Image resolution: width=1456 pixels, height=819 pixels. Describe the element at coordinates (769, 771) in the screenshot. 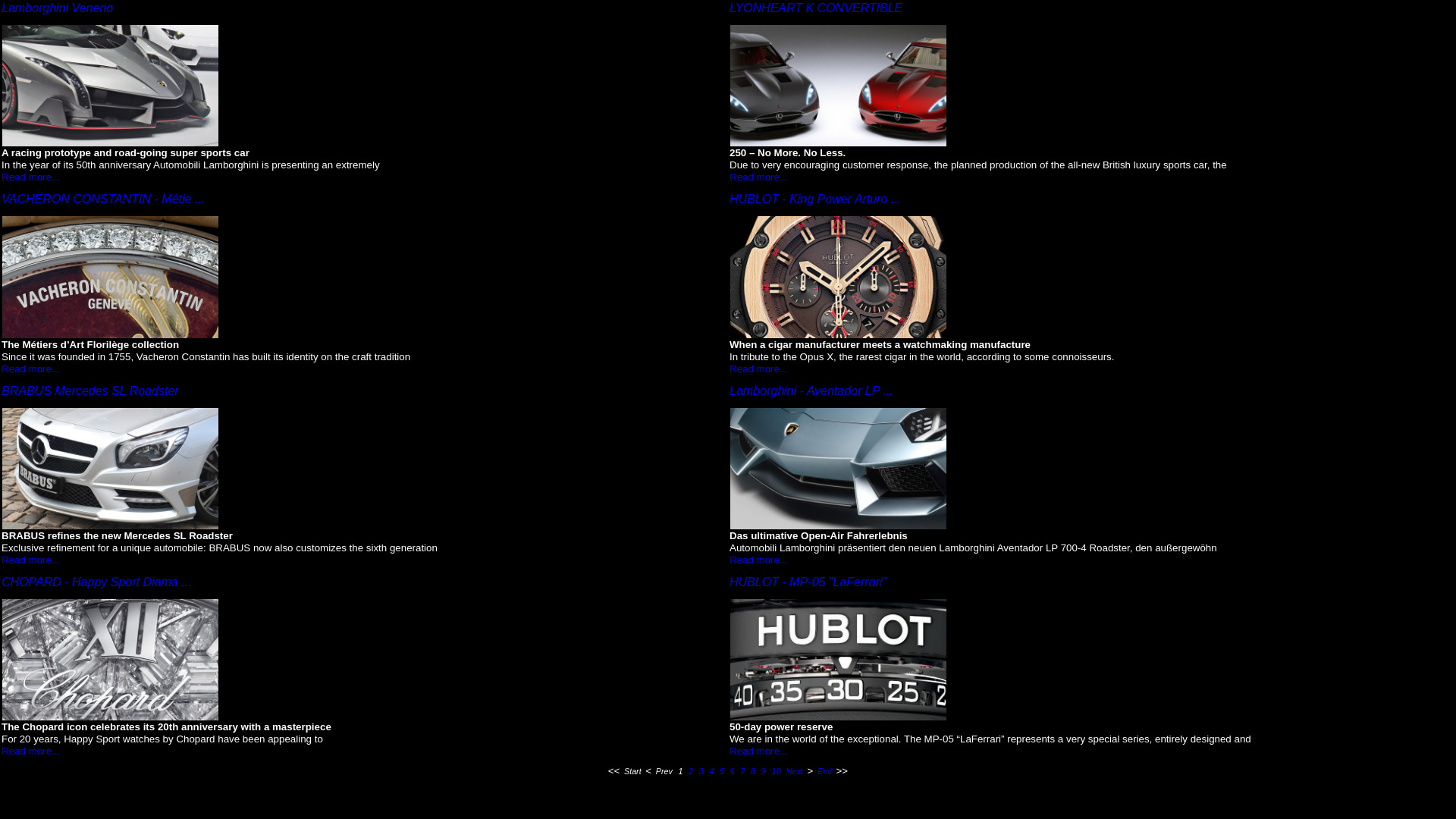

I see `'10'` at that location.